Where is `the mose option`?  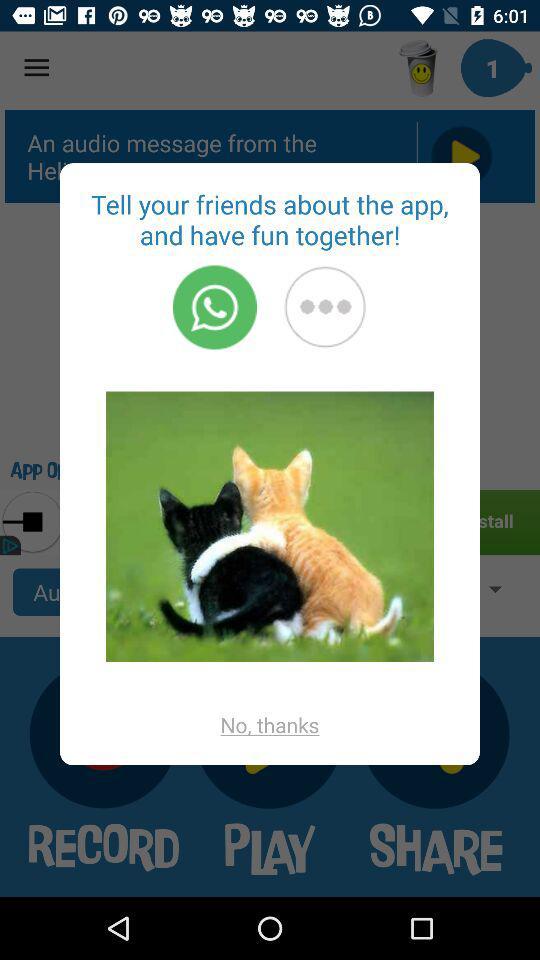 the mose option is located at coordinates (325, 307).